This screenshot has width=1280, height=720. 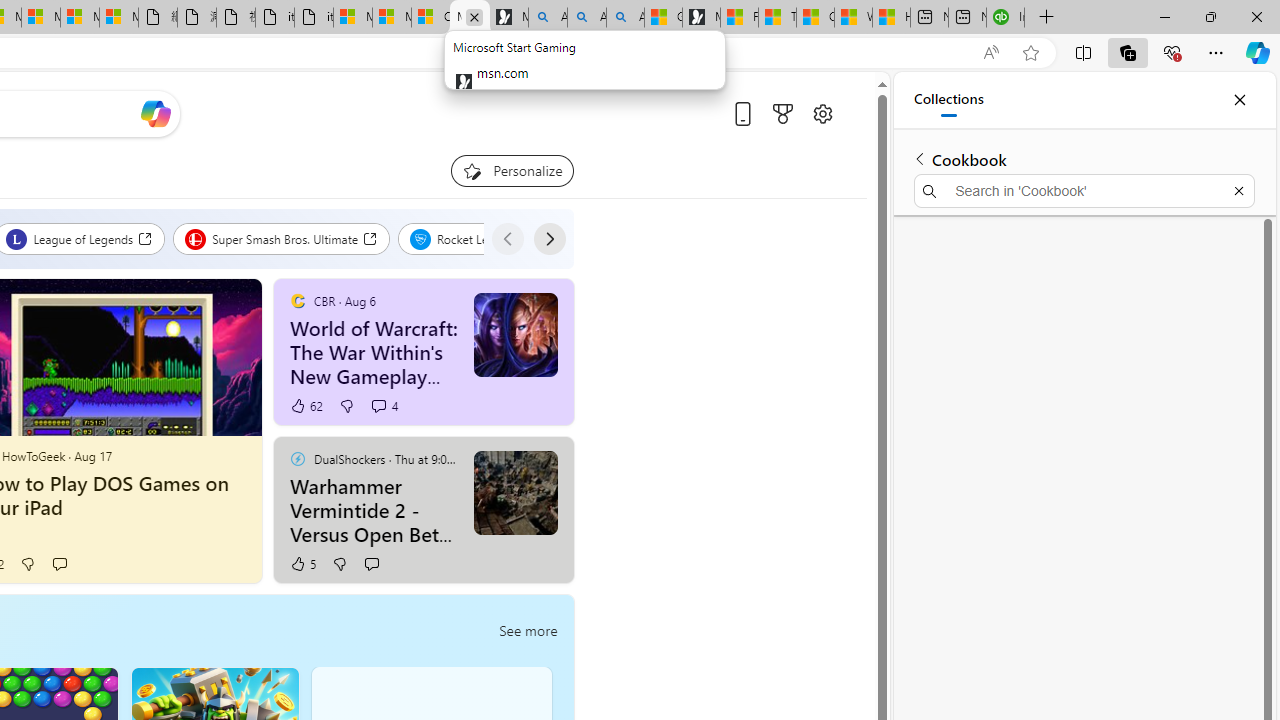 I want to click on 'Previous', so click(x=507, y=238).